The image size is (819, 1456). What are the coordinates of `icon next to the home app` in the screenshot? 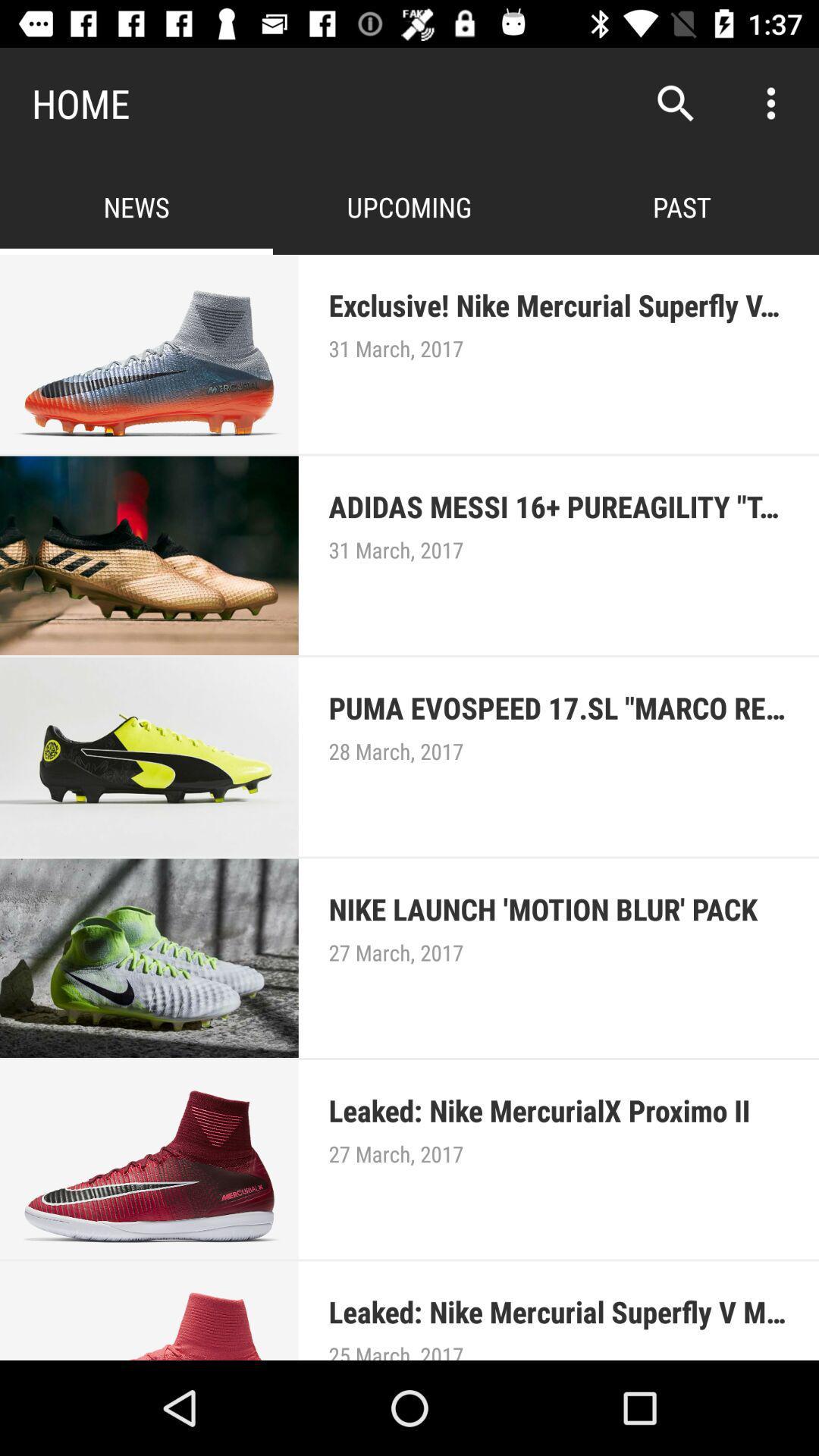 It's located at (675, 102).